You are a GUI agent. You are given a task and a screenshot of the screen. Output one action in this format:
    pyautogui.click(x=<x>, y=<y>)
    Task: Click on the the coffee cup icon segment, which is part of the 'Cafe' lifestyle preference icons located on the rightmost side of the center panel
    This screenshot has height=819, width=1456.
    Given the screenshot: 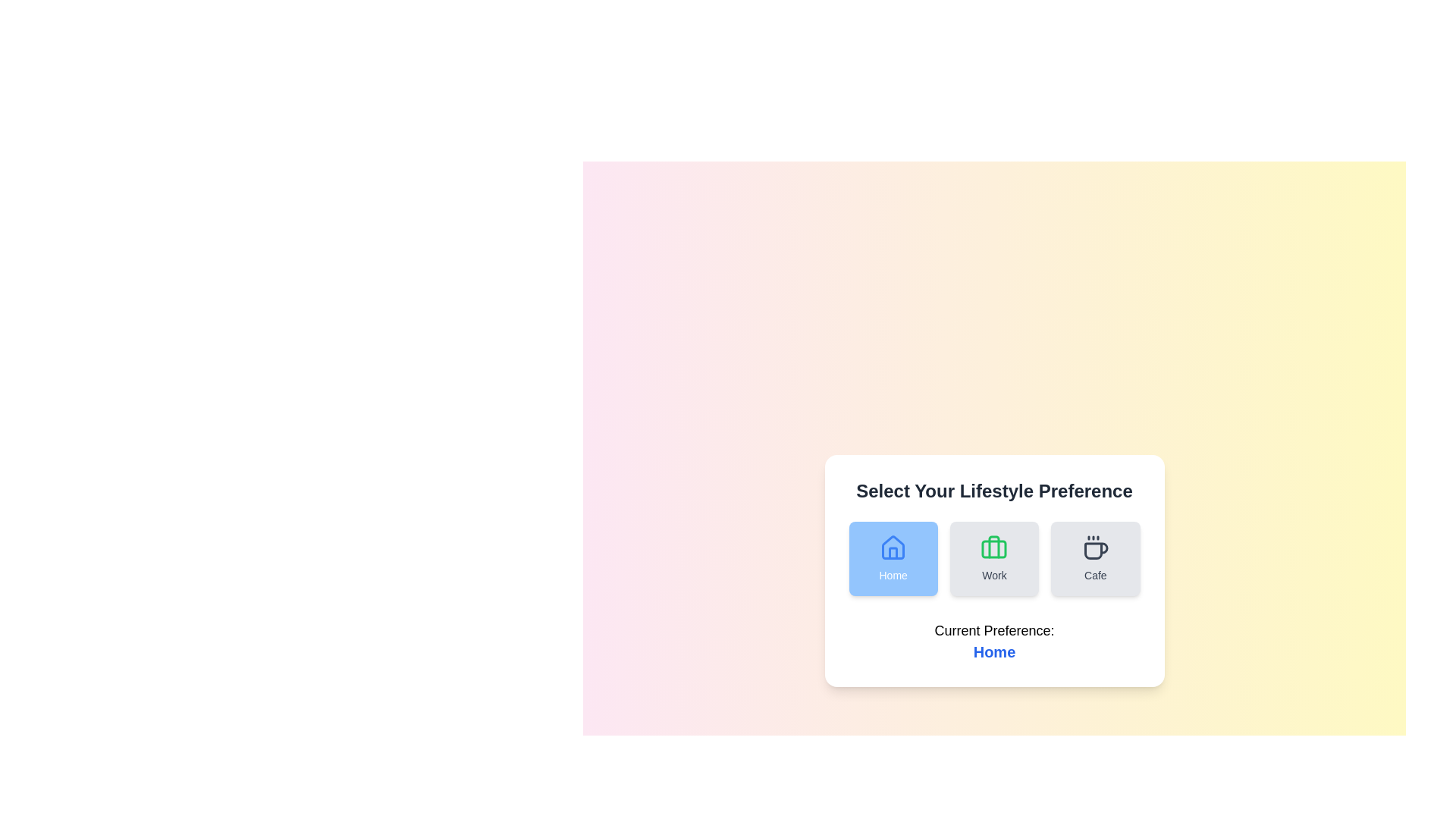 What is the action you would take?
    pyautogui.click(x=1096, y=551)
    